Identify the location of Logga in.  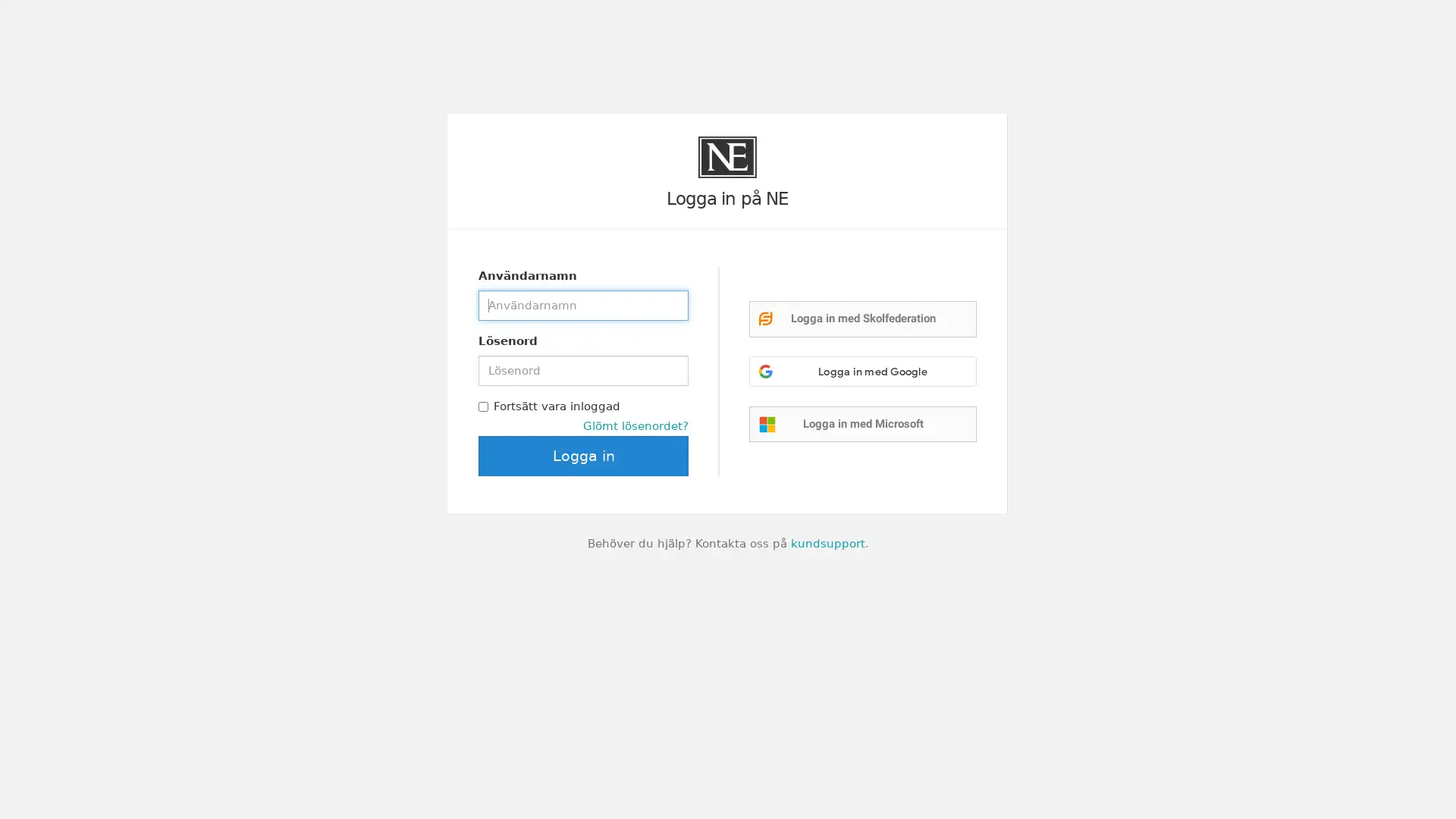
(582, 455).